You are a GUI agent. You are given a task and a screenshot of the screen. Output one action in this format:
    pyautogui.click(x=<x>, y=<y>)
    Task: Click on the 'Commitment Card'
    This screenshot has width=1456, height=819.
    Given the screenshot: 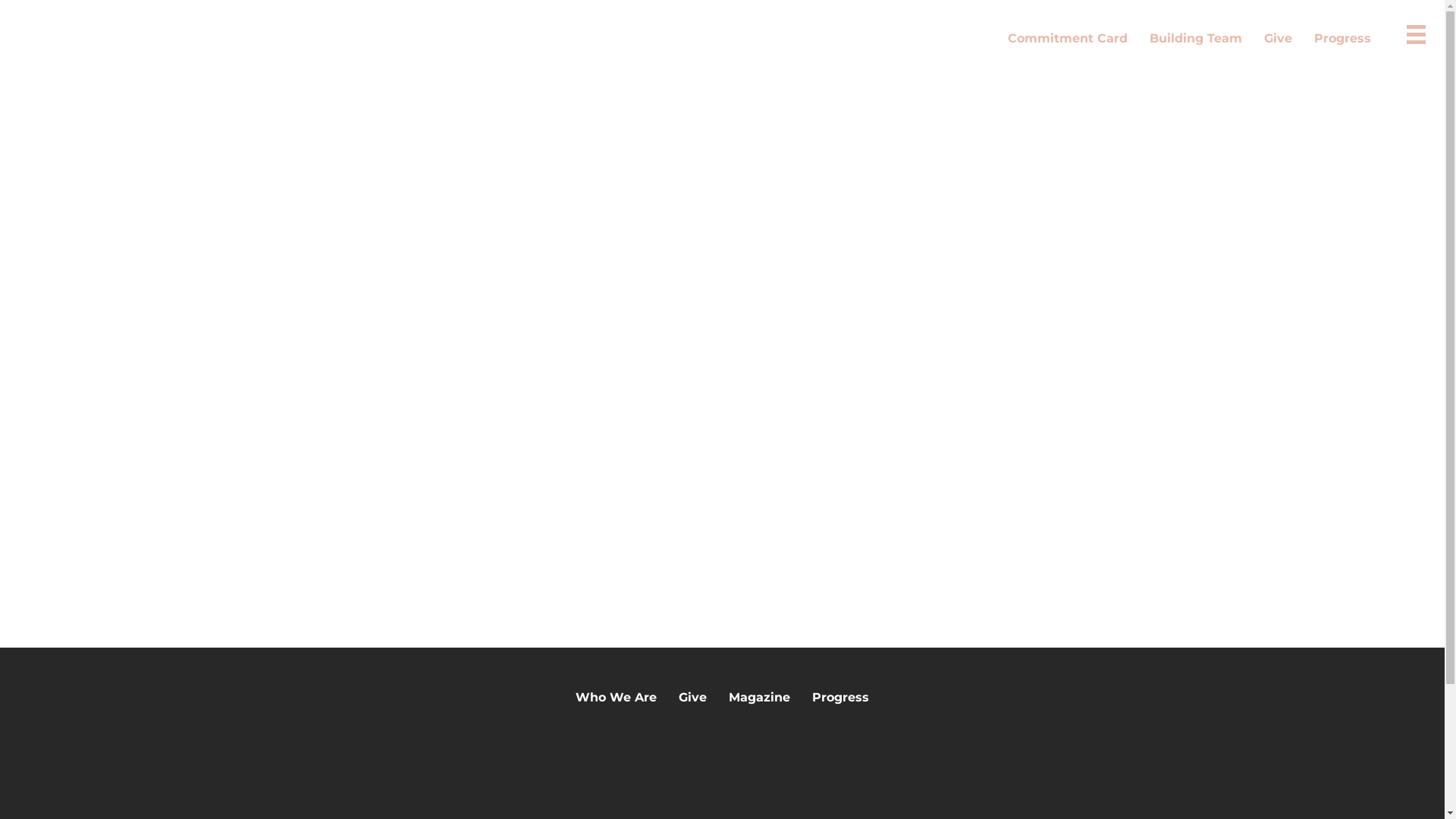 What is the action you would take?
    pyautogui.click(x=1066, y=37)
    